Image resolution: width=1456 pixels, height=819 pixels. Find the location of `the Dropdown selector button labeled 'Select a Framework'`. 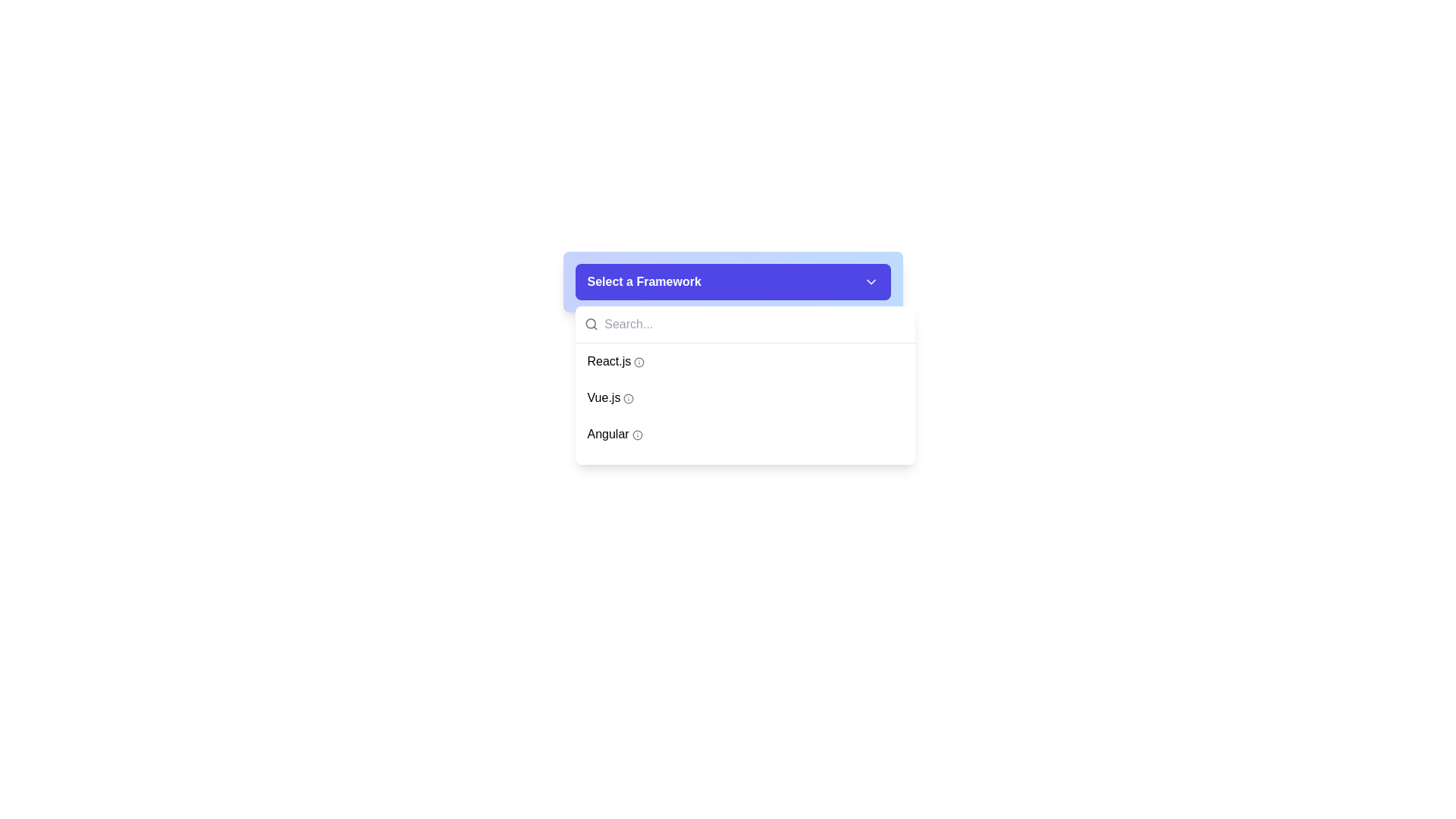

the Dropdown selector button labeled 'Select a Framework' is located at coordinates (733, 281).